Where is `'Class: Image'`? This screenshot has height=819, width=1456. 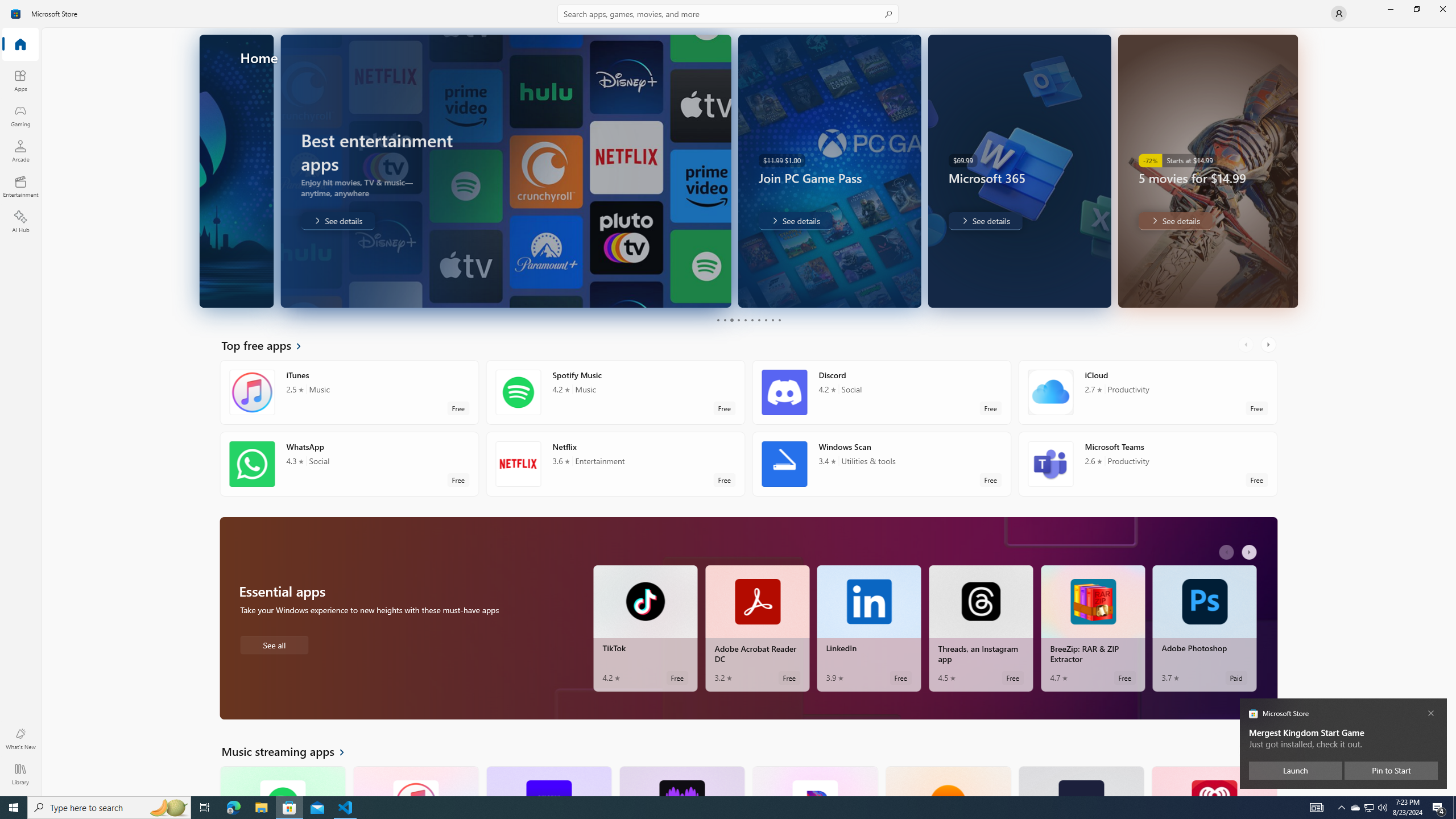
'Class: Image' is located at coordinates (16, 13).